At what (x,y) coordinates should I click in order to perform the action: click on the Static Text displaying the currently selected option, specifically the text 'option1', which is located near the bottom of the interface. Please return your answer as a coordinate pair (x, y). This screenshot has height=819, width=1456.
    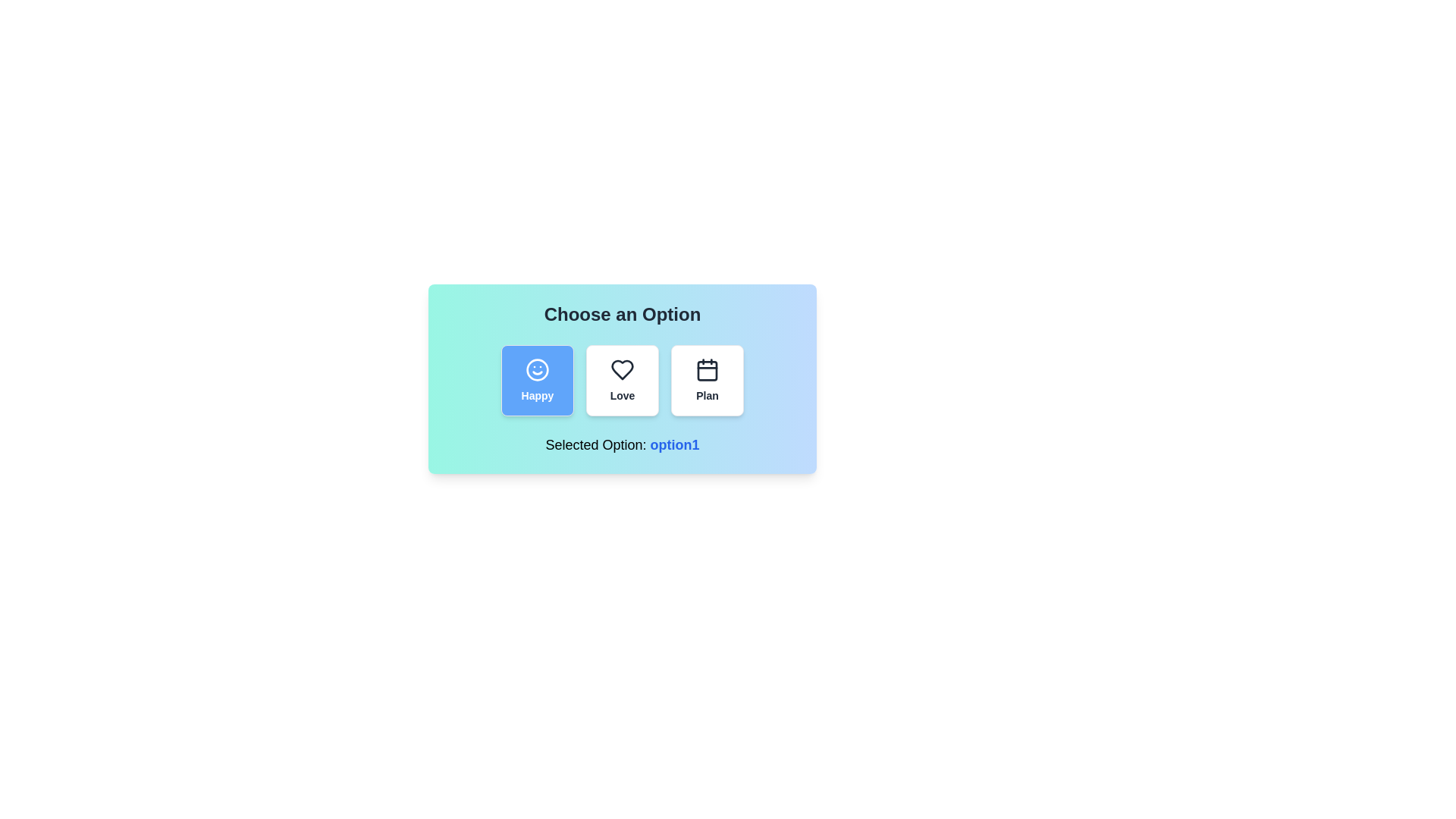
    Looking at the image, I should click on (674, 444).